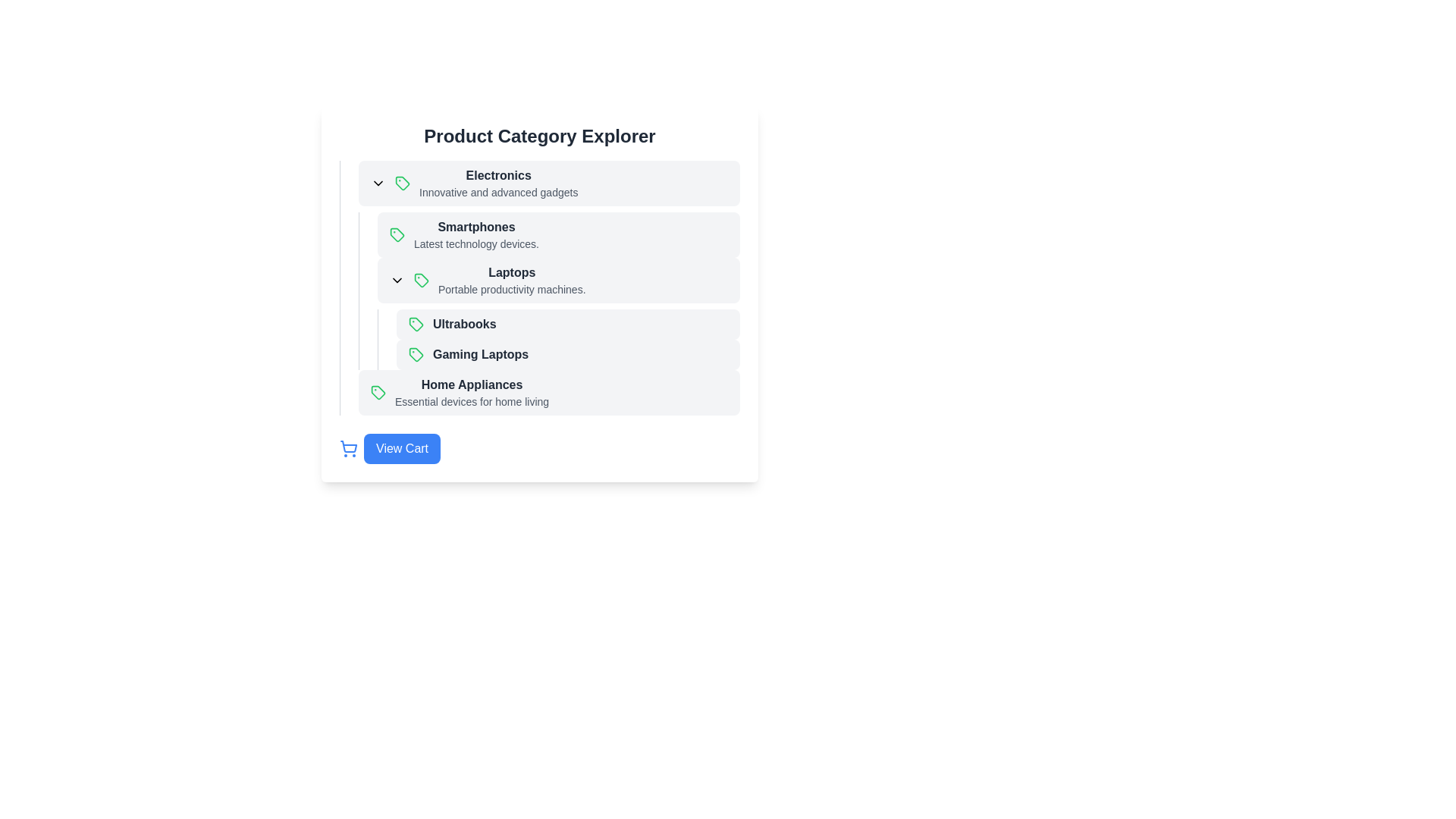  What do you see at coordinates (498, 174) in the screenshot?
I see `text label displaying 'Electronics' in bold font, located above the description 'Innovative and advanced gadgets' within the 'Product Category Explorer' section` at bounding box center [498, 174].